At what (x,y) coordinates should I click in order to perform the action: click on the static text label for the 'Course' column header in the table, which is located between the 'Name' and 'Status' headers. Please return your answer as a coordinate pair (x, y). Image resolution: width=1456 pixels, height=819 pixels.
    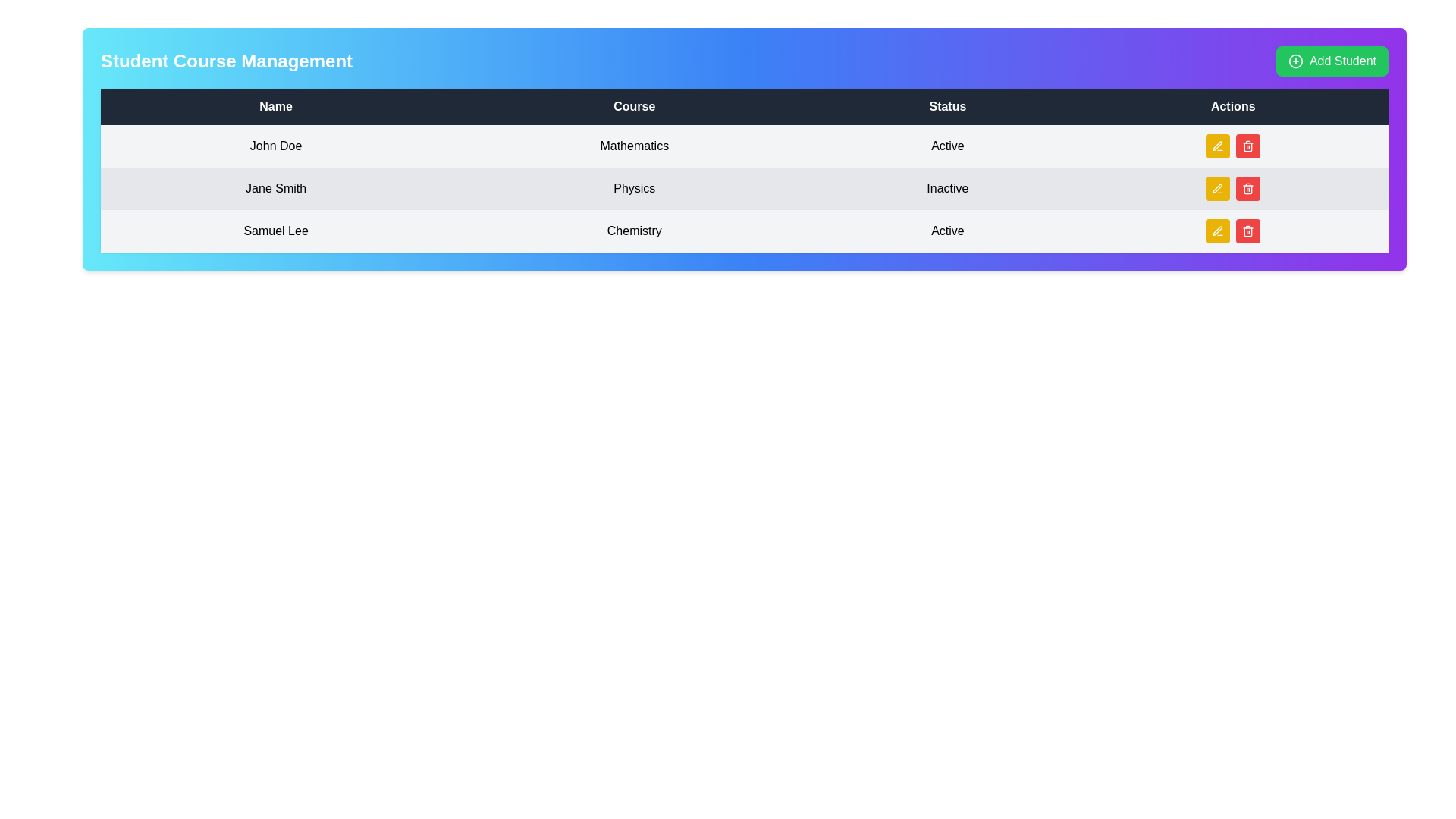
    Looking at the image, I should click on (634, 106).